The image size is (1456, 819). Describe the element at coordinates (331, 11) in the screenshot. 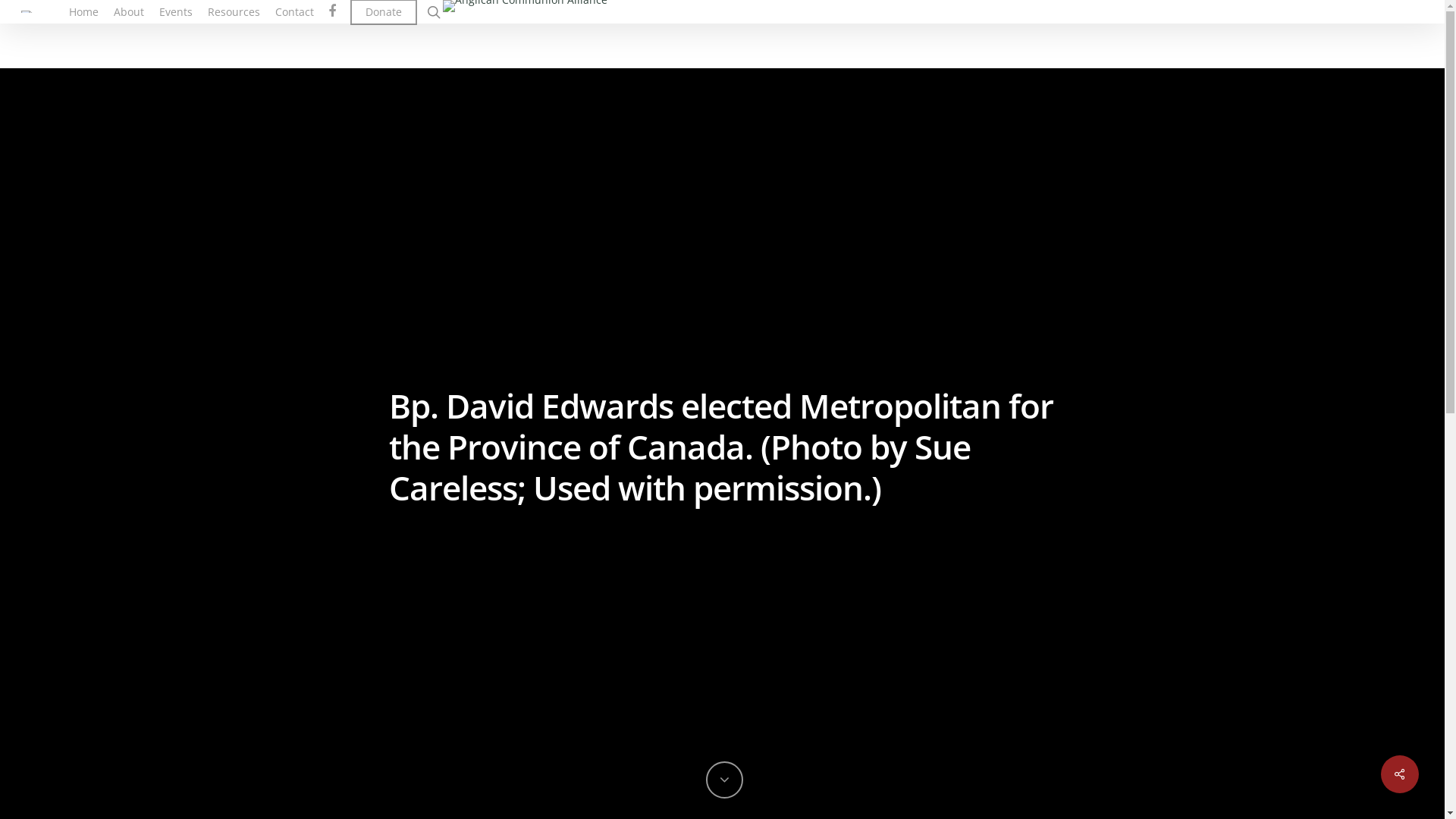

I see `'facebook'` at that location.